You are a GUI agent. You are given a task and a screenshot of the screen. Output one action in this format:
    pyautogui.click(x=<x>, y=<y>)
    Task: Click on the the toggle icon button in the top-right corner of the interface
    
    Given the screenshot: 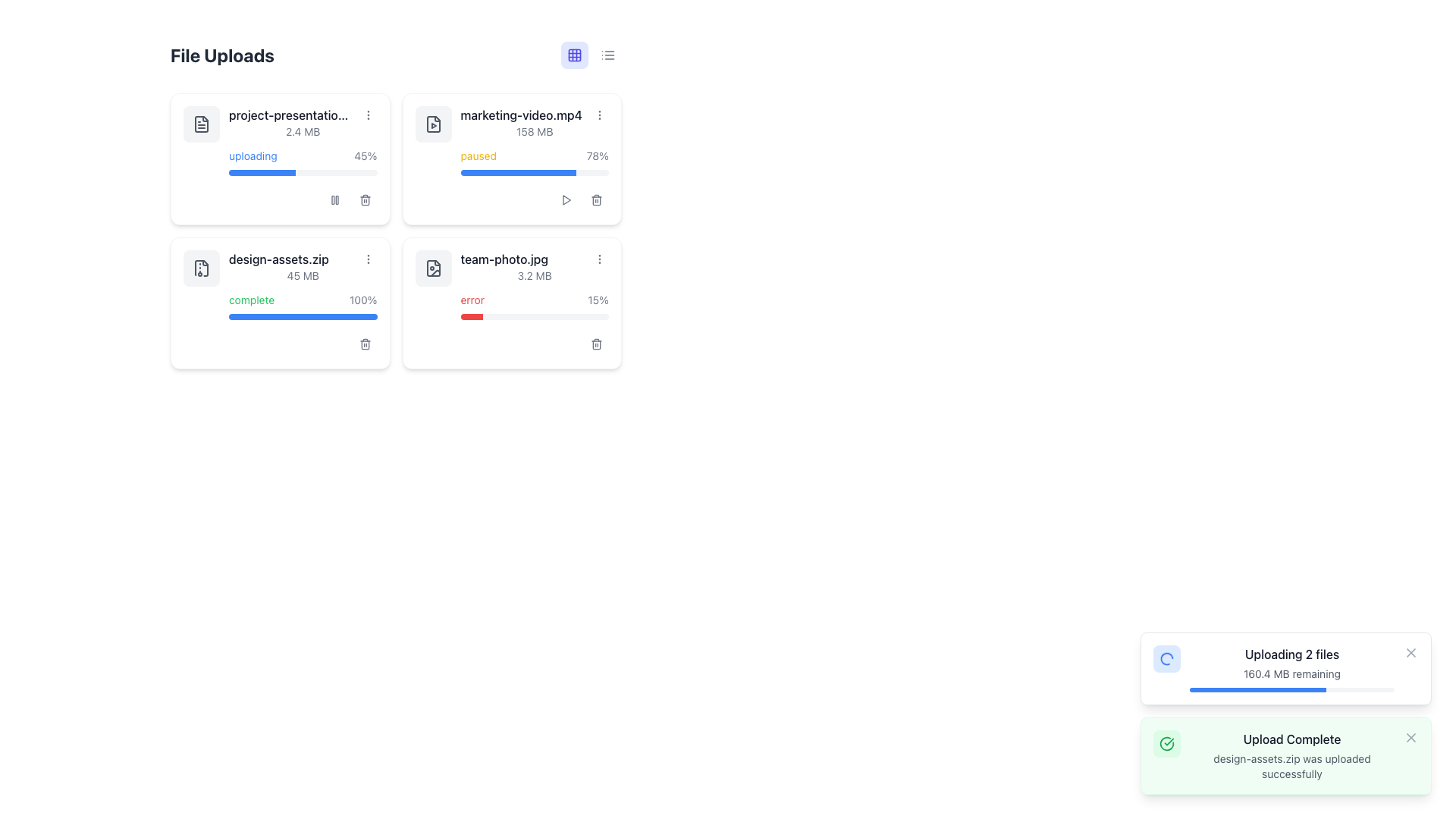 What is the action you would take?
    pyautogui.click(x=574, y=55)
    